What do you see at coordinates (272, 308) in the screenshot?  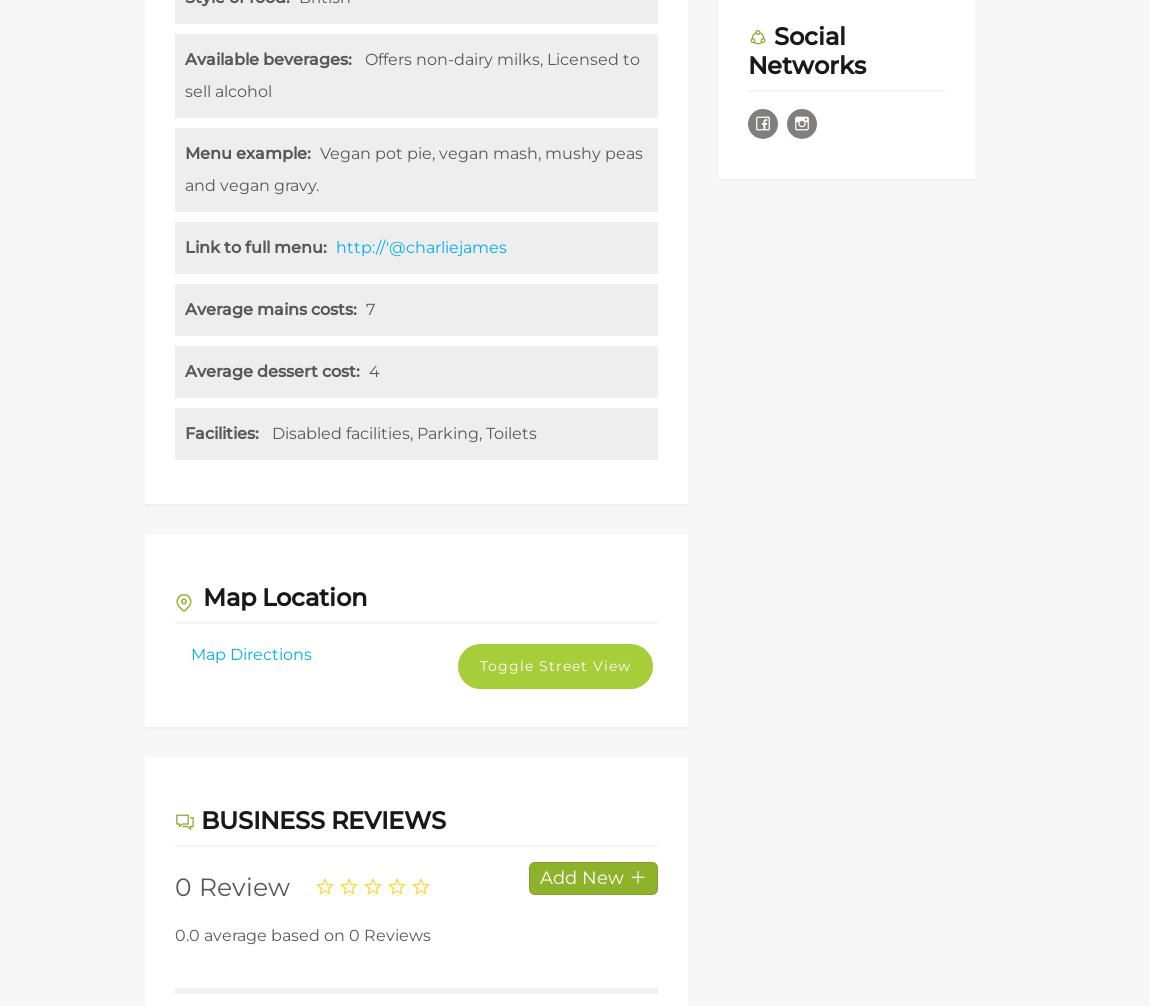 I see `'Average mains costs:'` at bounding box center [272, 308].